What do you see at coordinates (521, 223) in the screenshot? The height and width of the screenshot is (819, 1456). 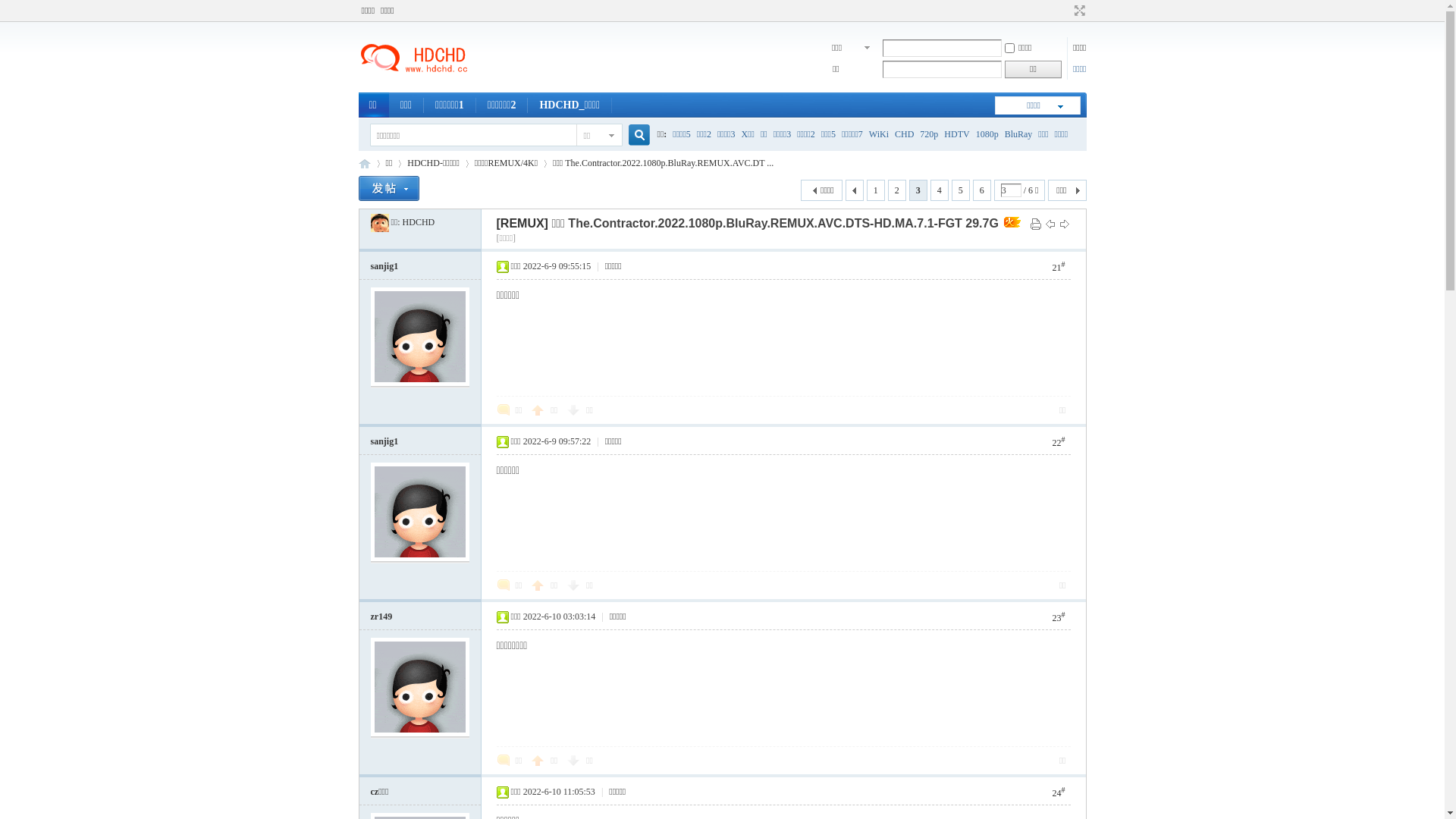 I see `'[REMUX]'` at bounding box center [521, 223].